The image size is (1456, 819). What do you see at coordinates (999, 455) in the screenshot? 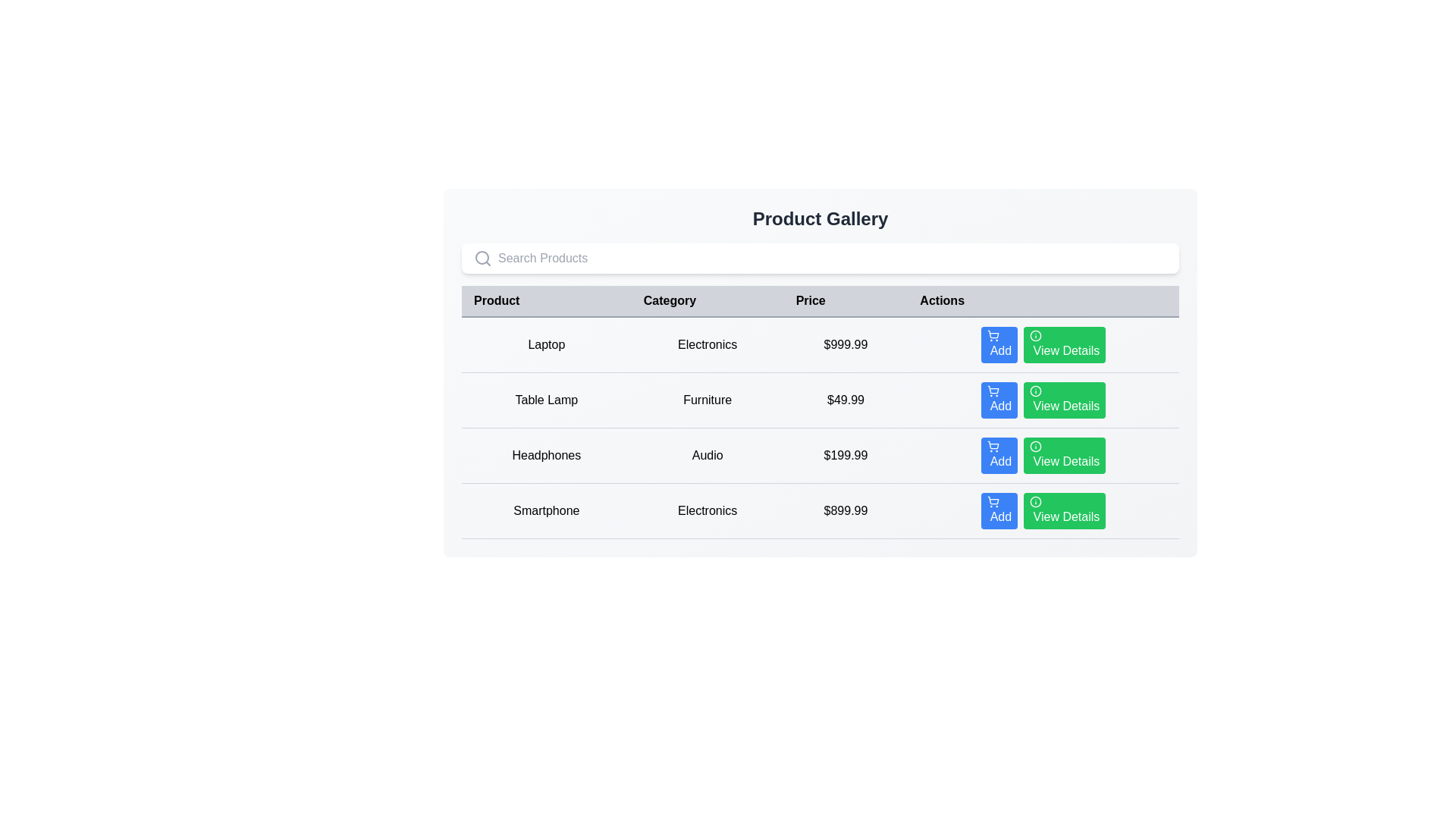
I see `the blue 'Add' button with white text and a shopping cart icon in the 'Actions' column for the 'Headphones' product` at bounding box center [999, 455].